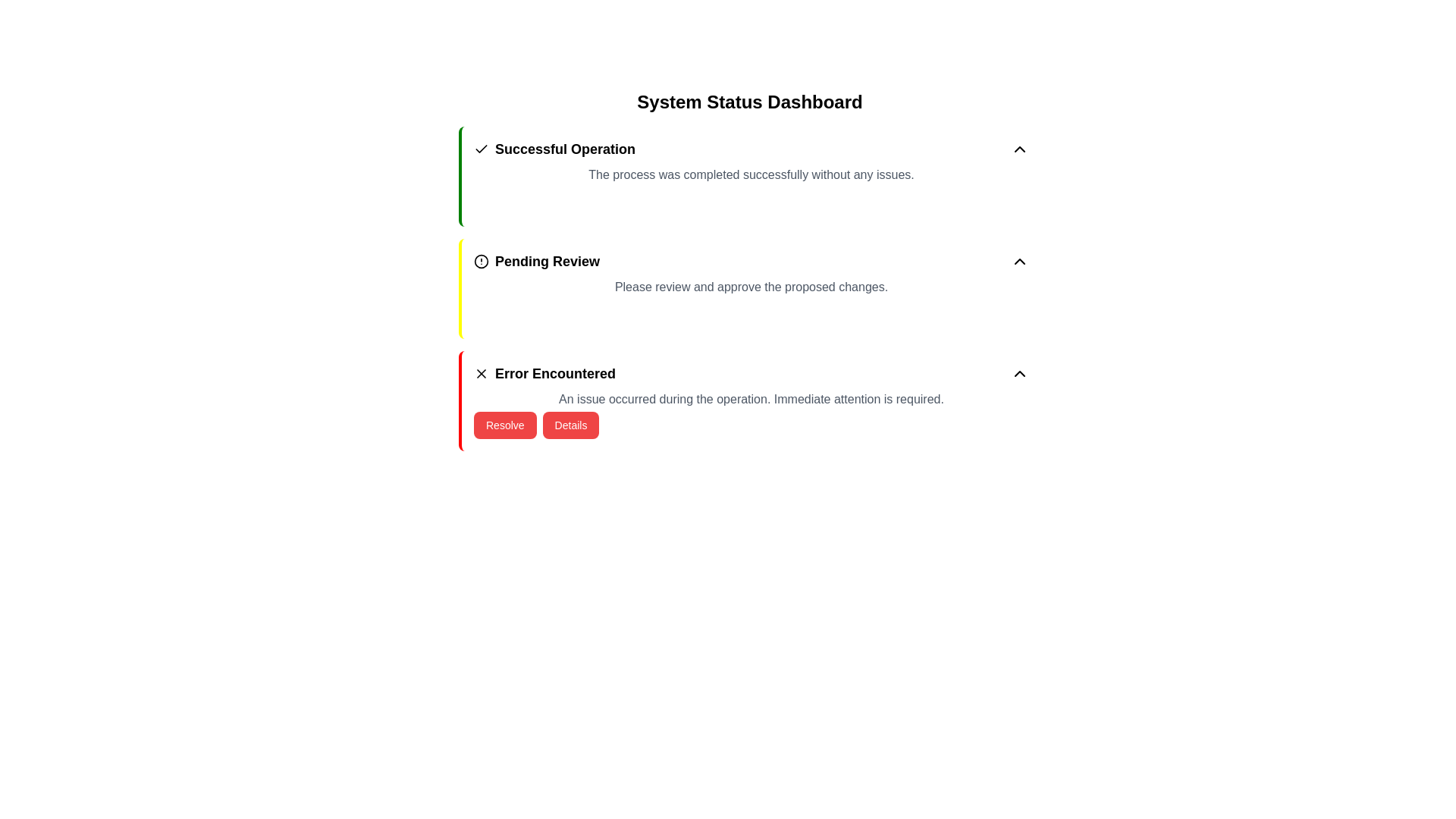  What do you see at coordinates (480, 374) in the screenshot?
I see `the error status icon located in the 'Error Encountered' section at the bottom of the status dashboard, which is situated to the left of the accompanying text` at bounding box center [480, 374].